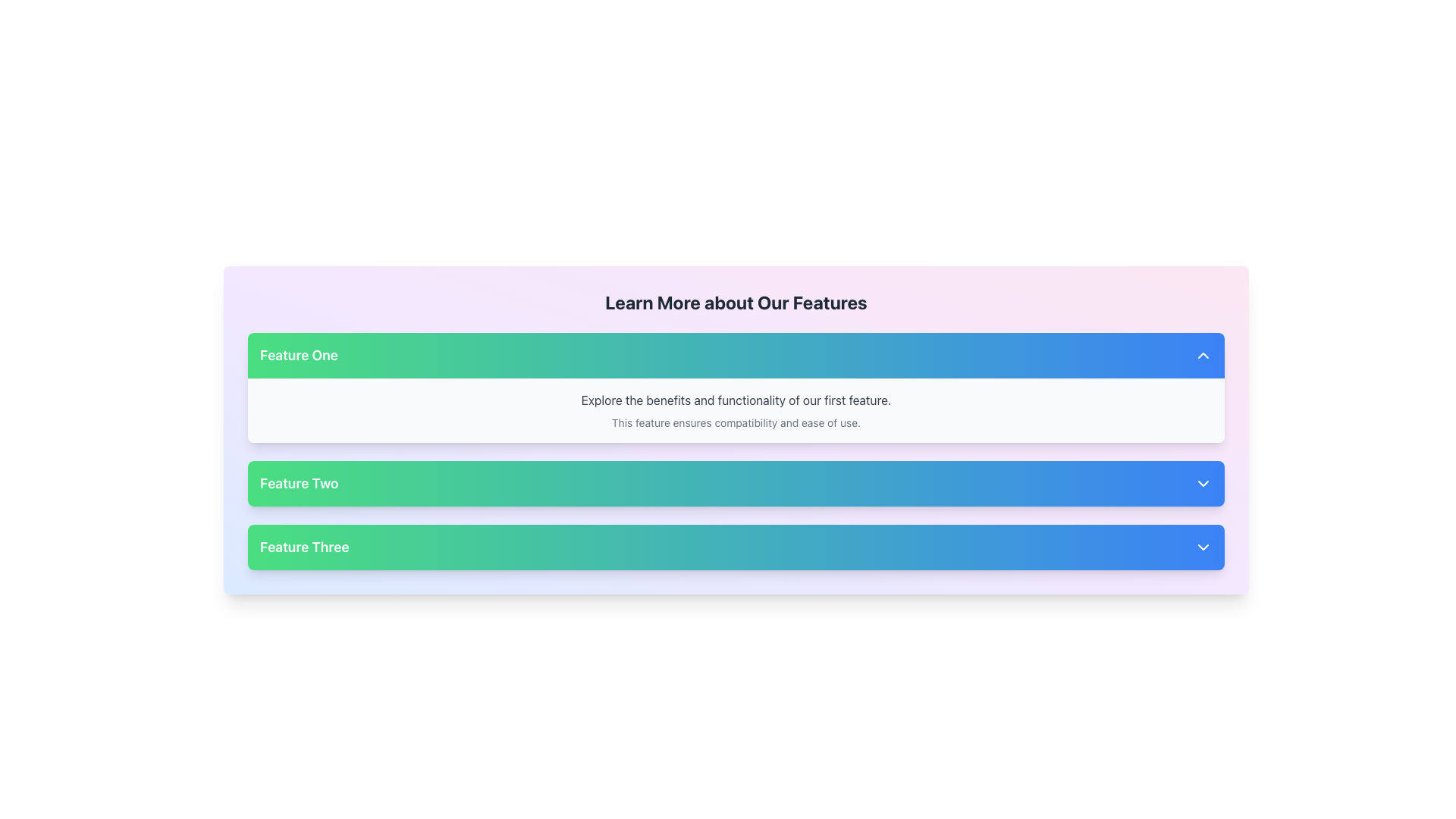 The width and height of the screenshot is (1456, 819). Describe the element at coordinates (1203, 483) in the screenshot. I see `the Chevron icon located on the rightmost area of the 'Feature Two' gradient button` at that location.